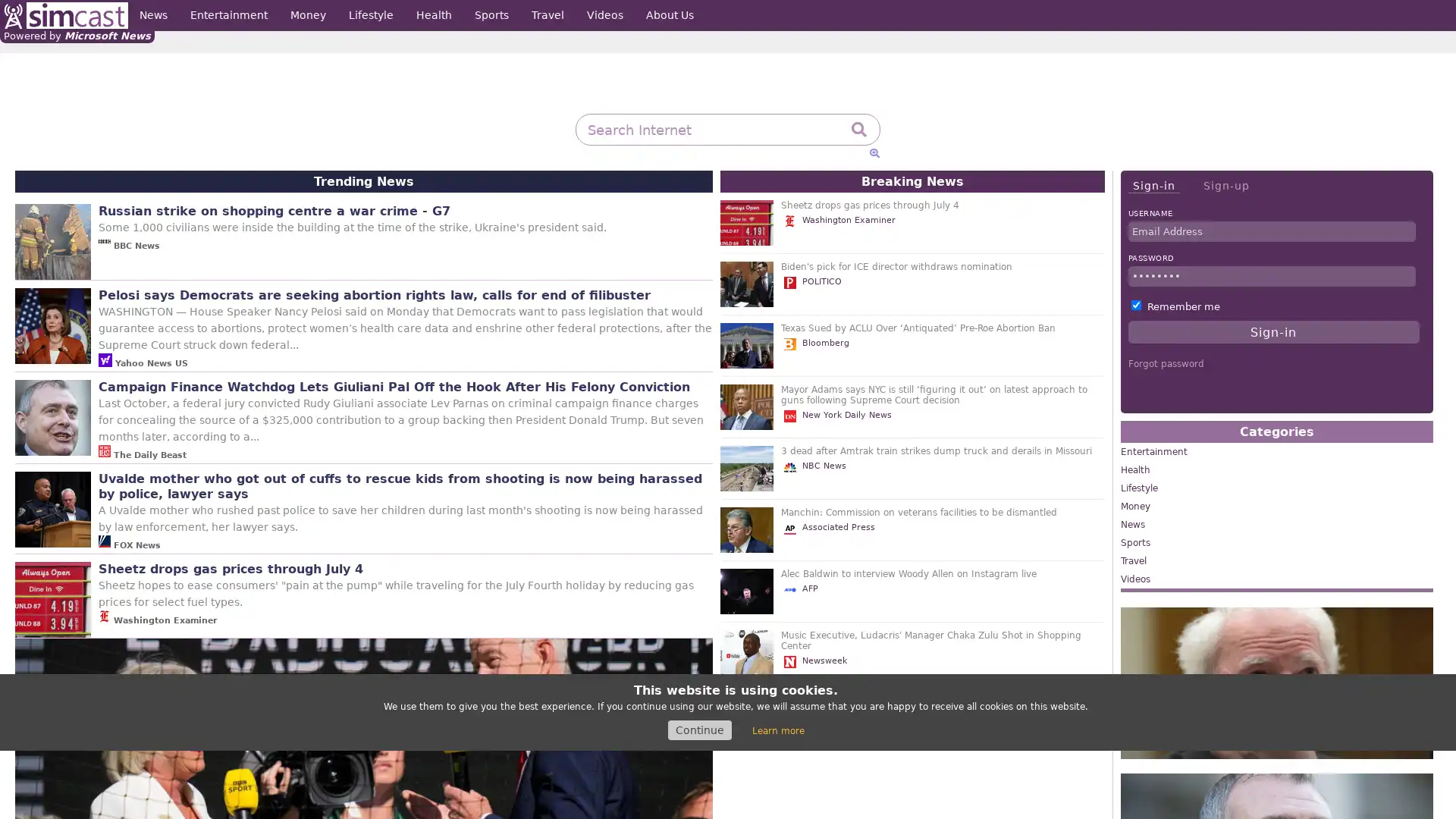  What do you see at coordinates (698, 730) in the screenshot?
I see `Continue` at bounding box center [698, 730].